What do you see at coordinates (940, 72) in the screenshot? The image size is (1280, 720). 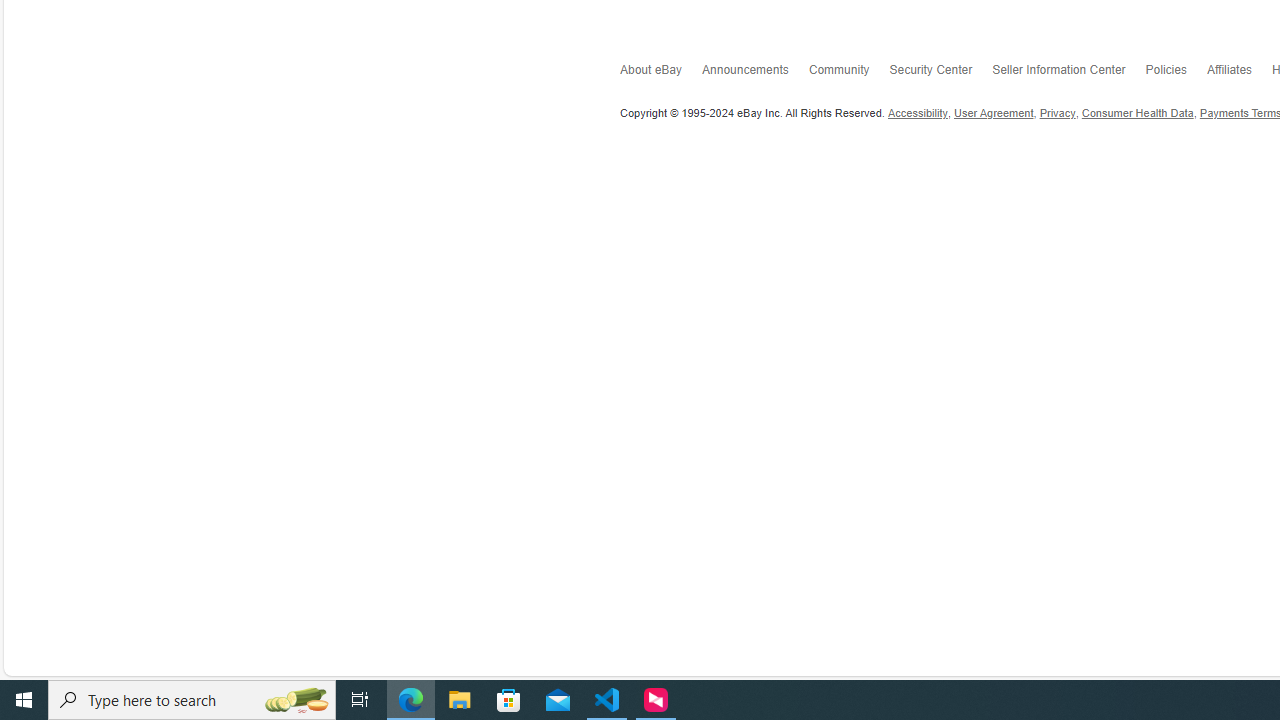 I see `'Security Center'` at bounding box center [940, 72].